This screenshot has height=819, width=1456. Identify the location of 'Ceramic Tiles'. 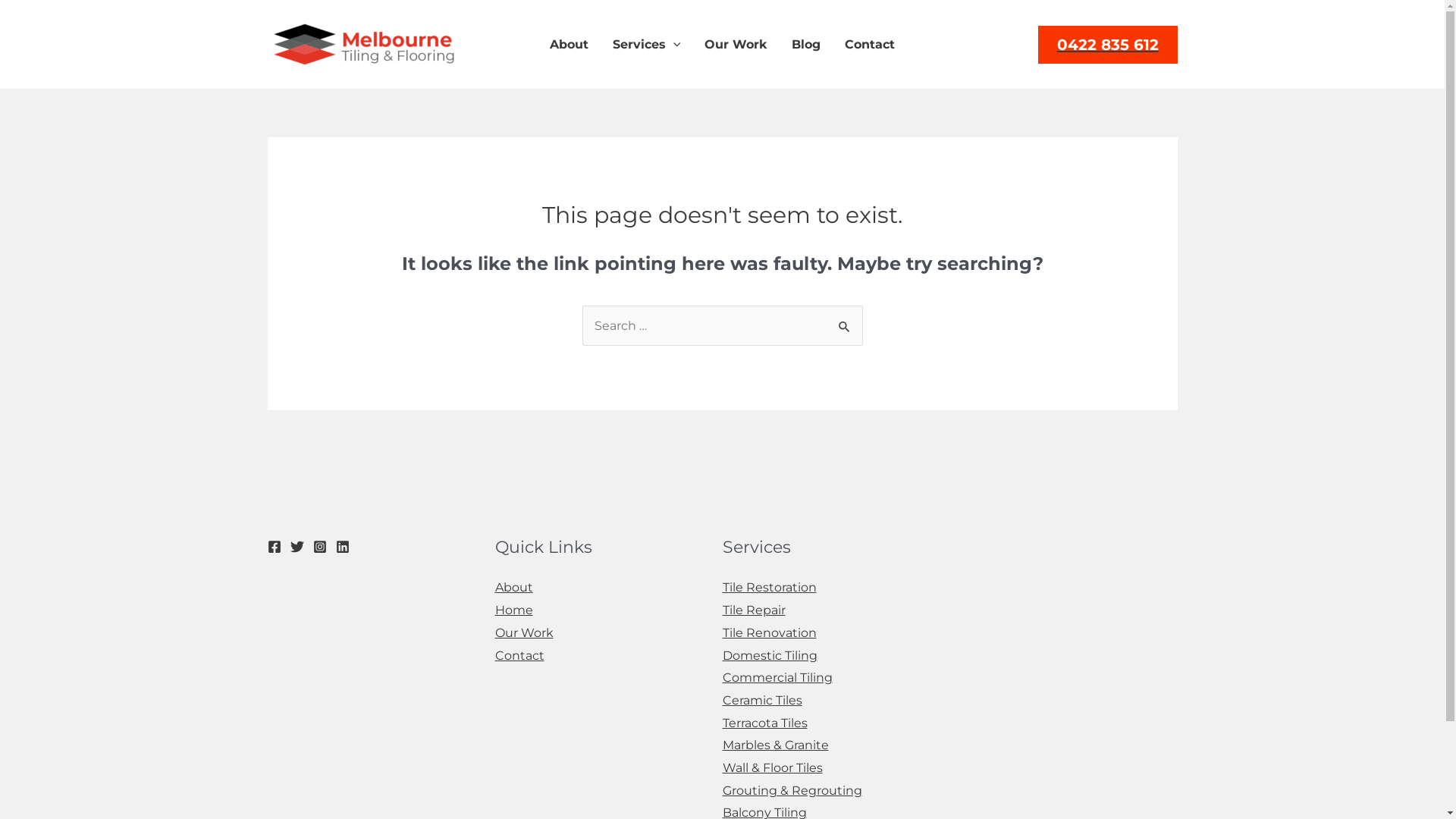
(761, 700).